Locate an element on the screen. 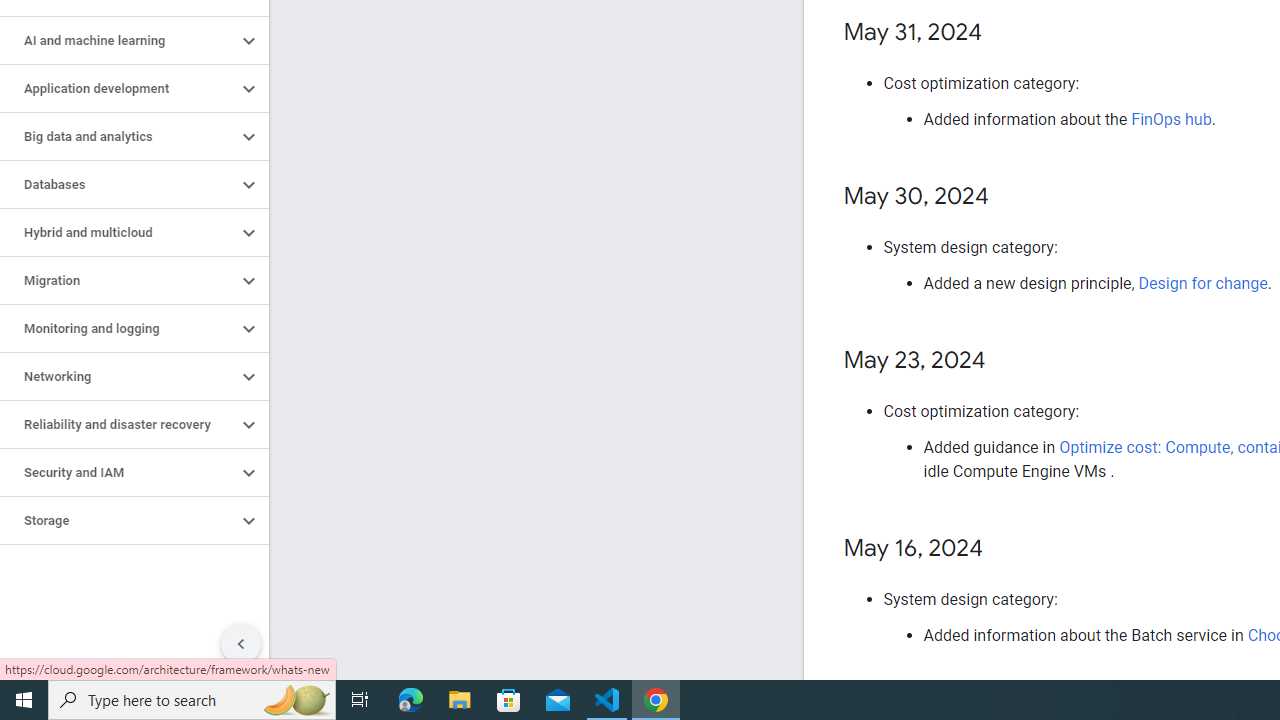  'Monitoring and logging' is located at coordinates (117, 328).